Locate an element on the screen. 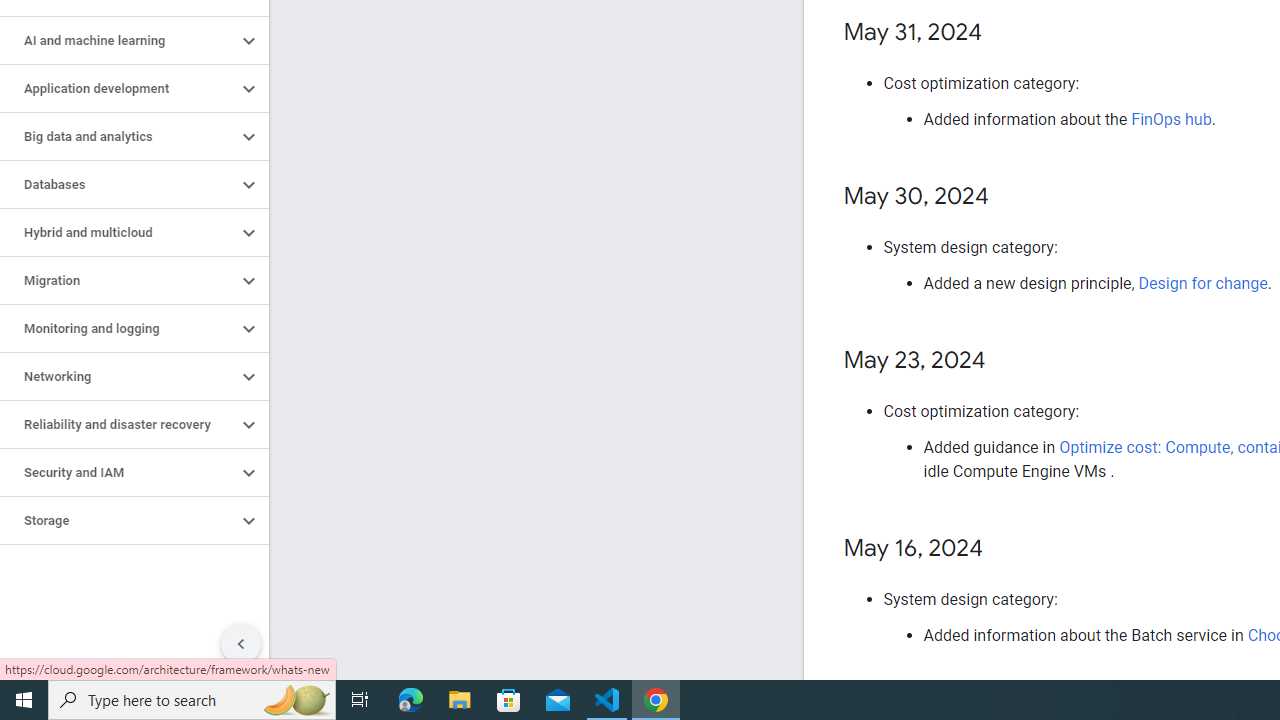  'Monitoring and logging' is located at coordinates (117, 328).